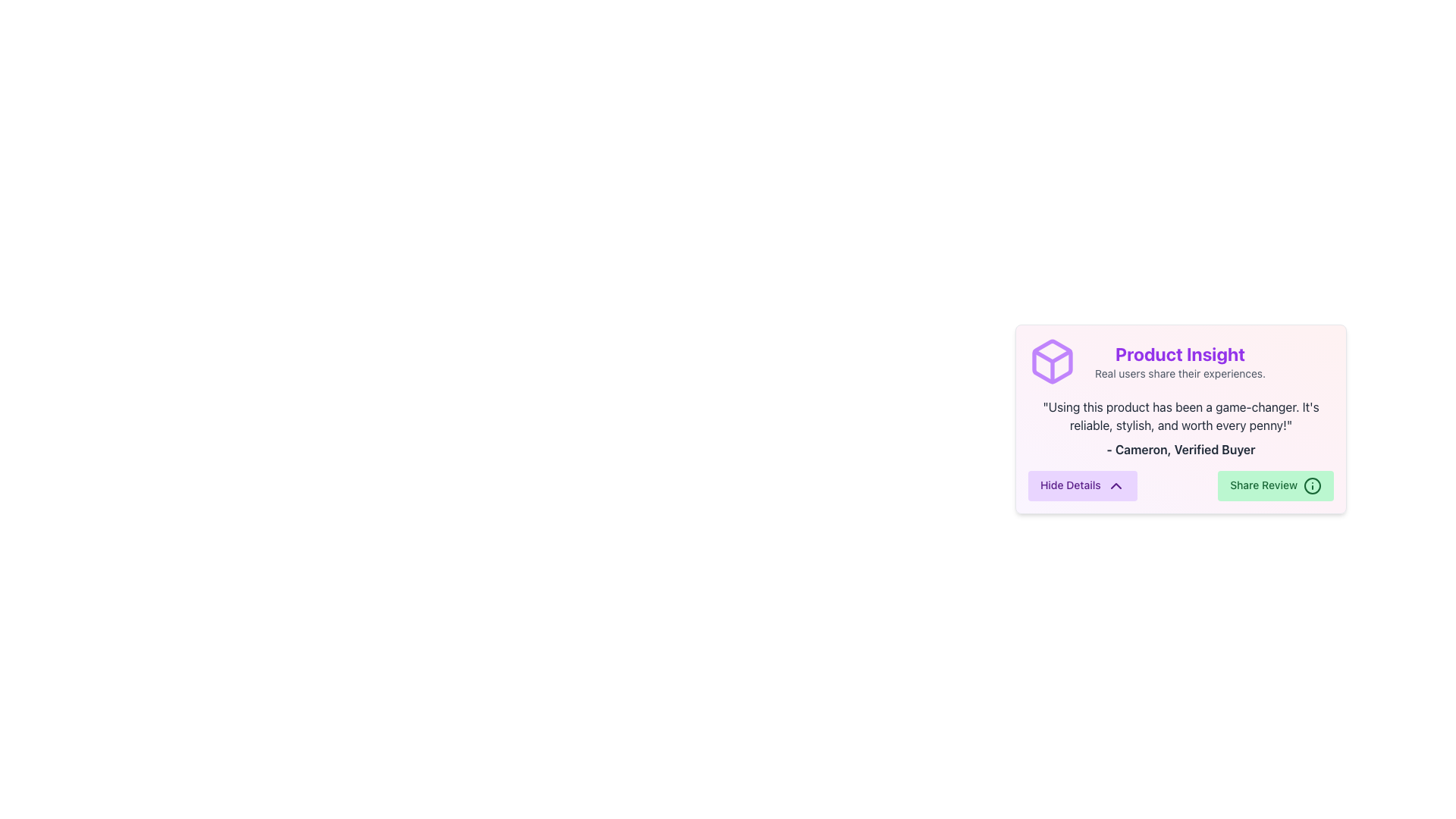  Describe the element at coordinates (1179, 362) in the screenshot. I see `the Text Block that contains the bold, purple header 'Product Insight' and the smaller grey subtext 'Real users share their experiences.'` at that location.